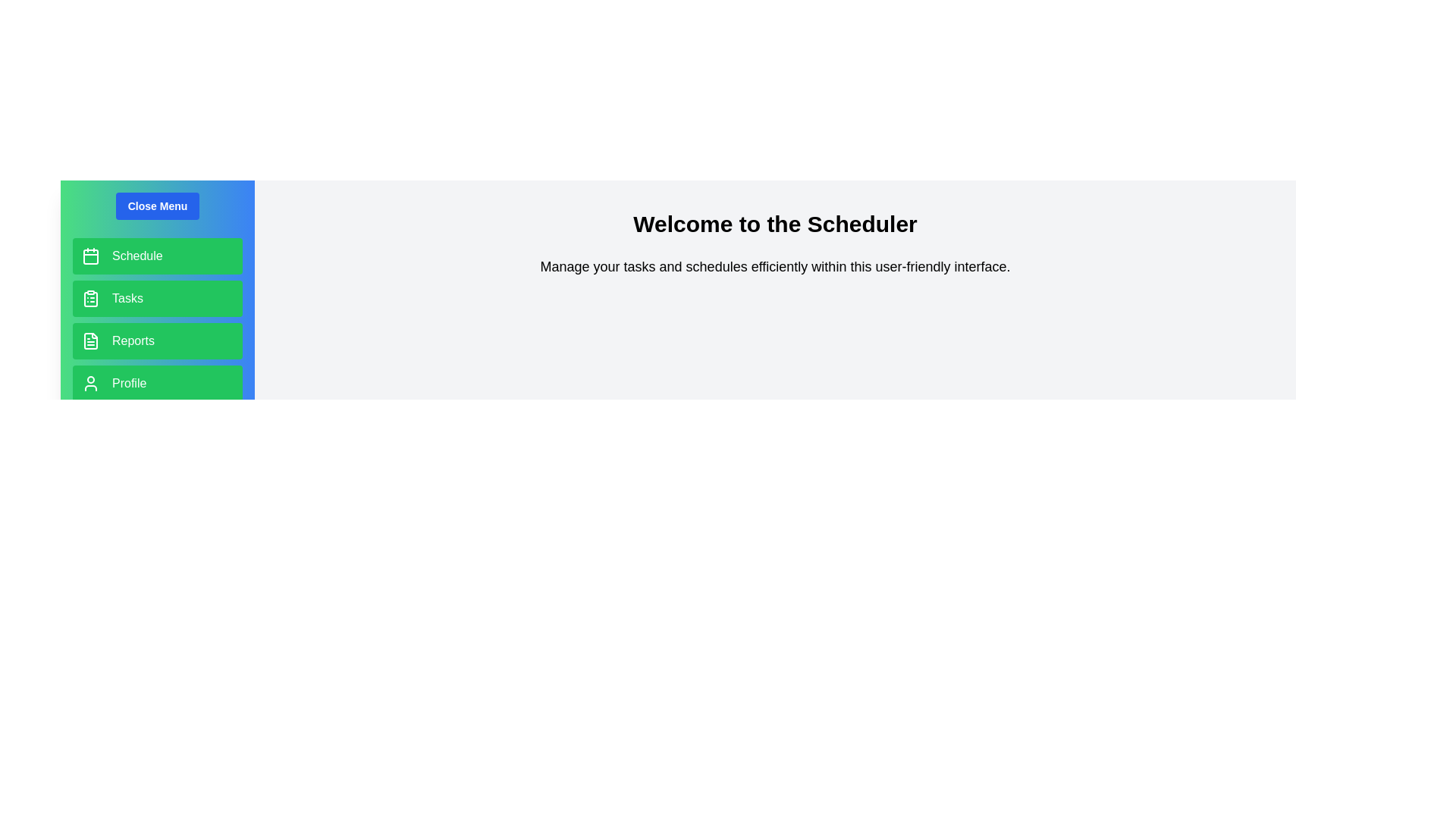  What do you see at coordinates (157, 341) in the screenshot?
I see `the menu item Reports to navigate to the corresponding section` at bounding box center [157, 341].